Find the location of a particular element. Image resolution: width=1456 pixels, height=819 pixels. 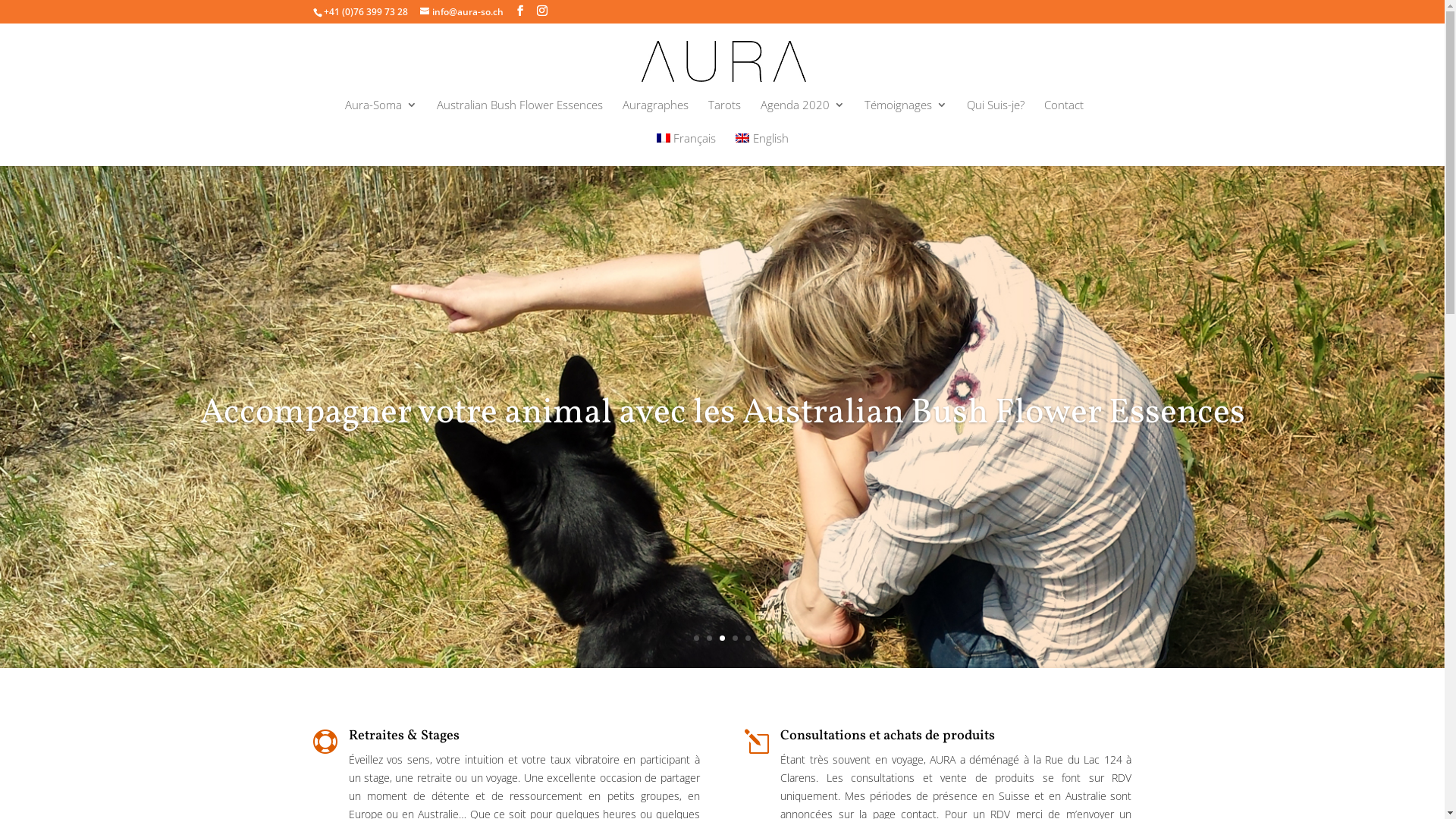

'English' is located at coordinates (735, 149).